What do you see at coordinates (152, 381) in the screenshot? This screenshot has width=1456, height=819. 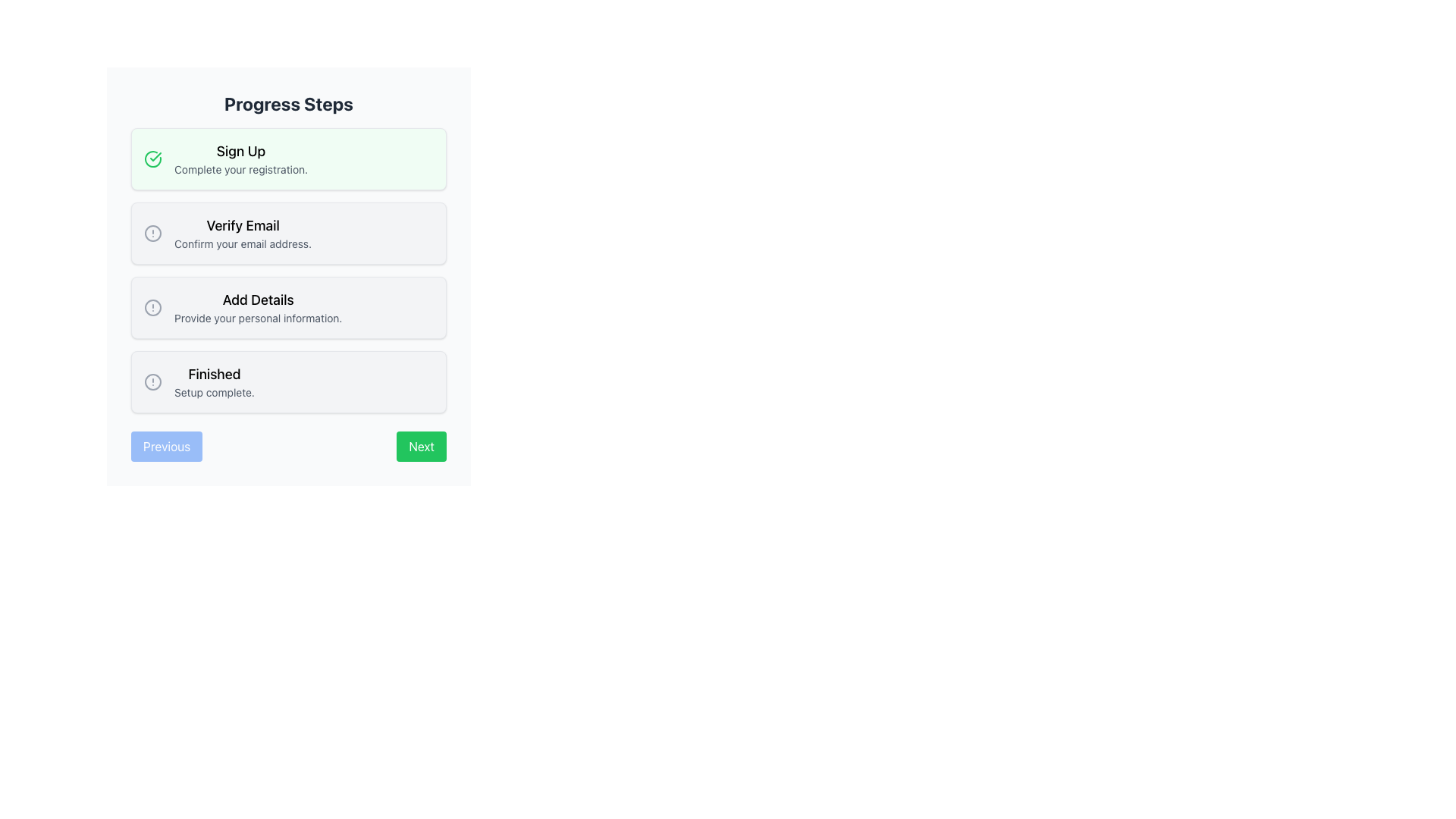 I see `the accessibility icon located in the 'Finished' section` at bounding box center [152, 381].